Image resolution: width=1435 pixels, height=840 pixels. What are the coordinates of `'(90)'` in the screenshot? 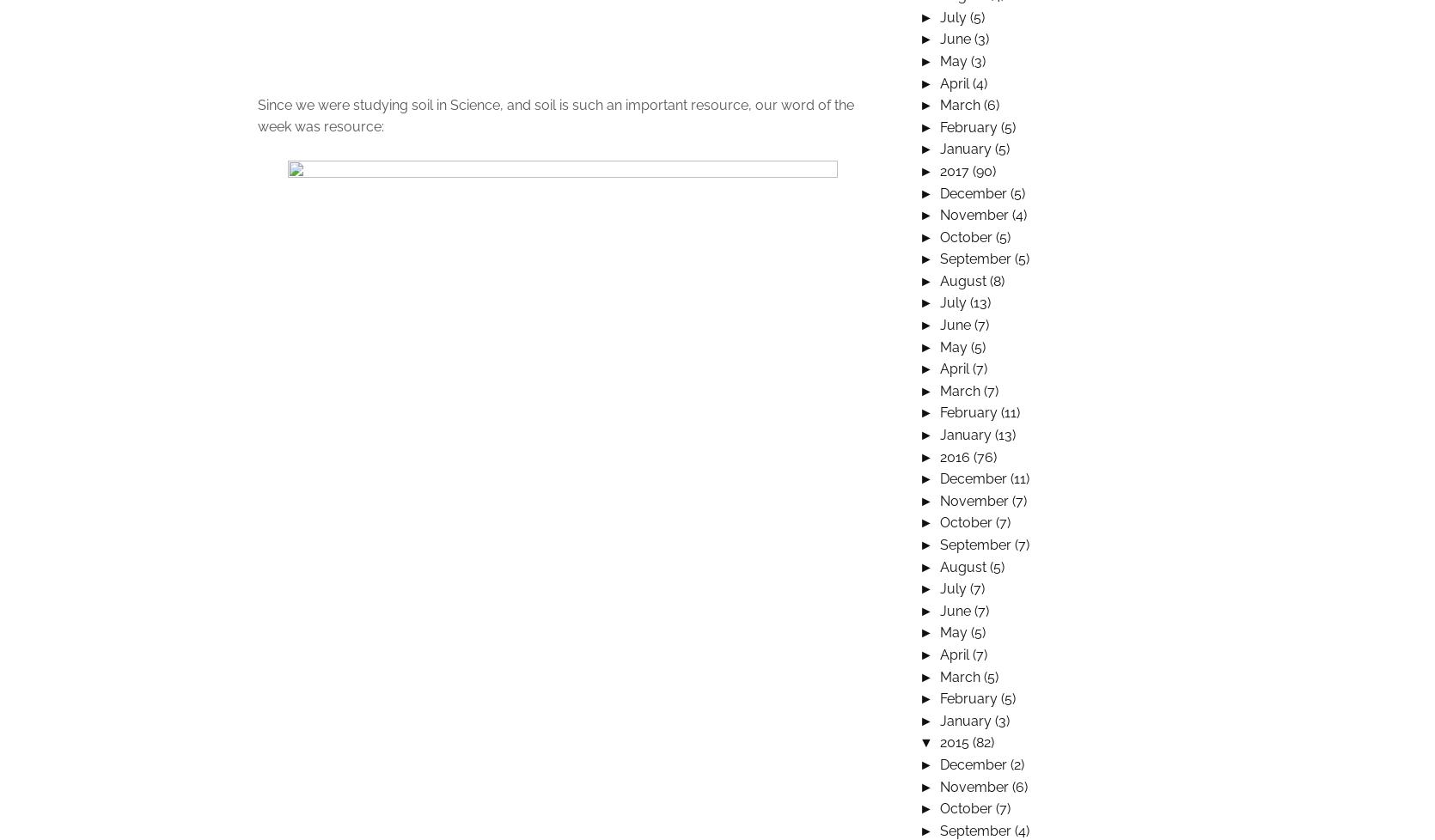 It's located at (982, 170).